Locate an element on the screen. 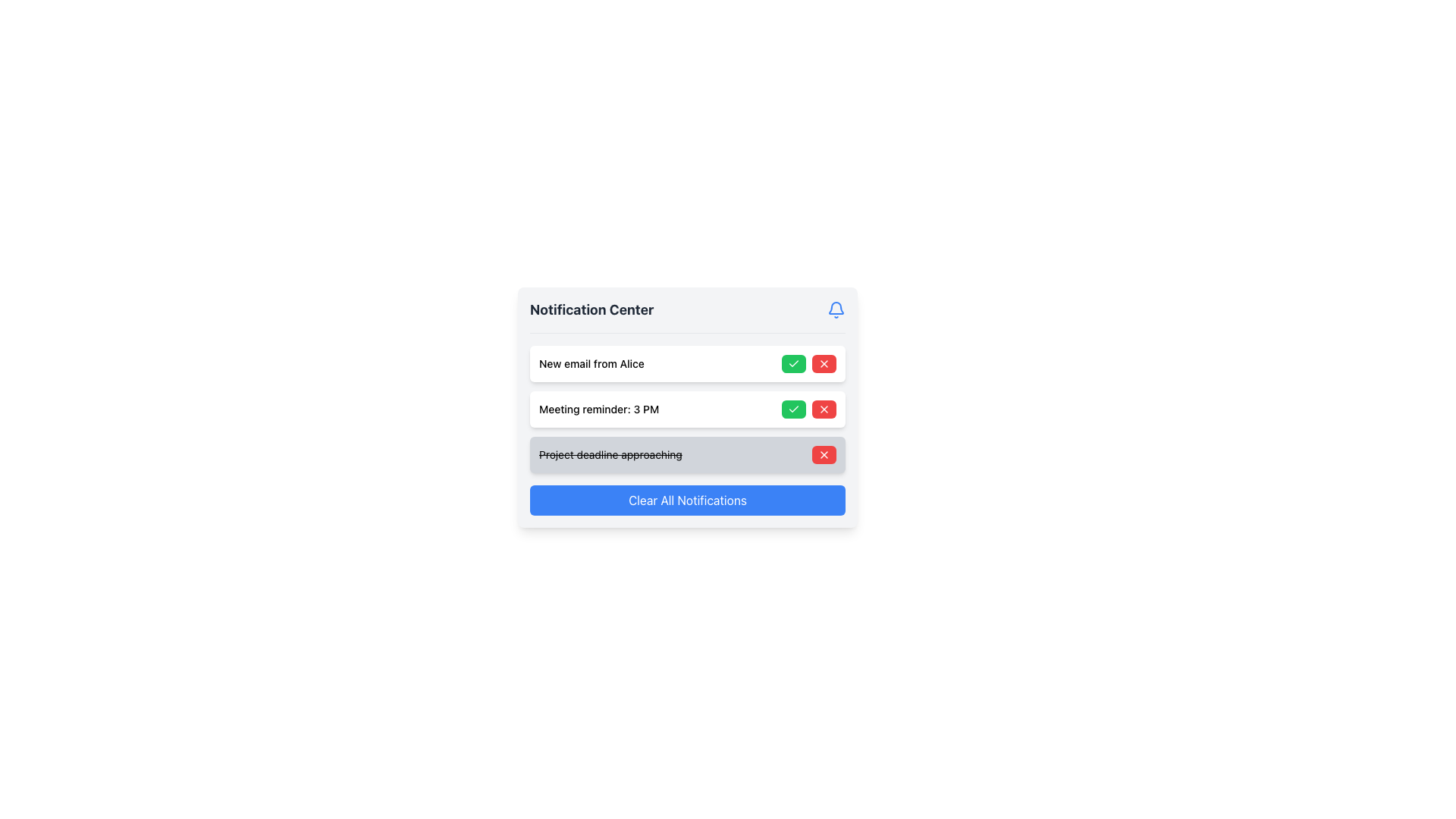 This screenshot has width=1456, height=819. the close icon button in the third notification row is located at coordinates (823, 454).